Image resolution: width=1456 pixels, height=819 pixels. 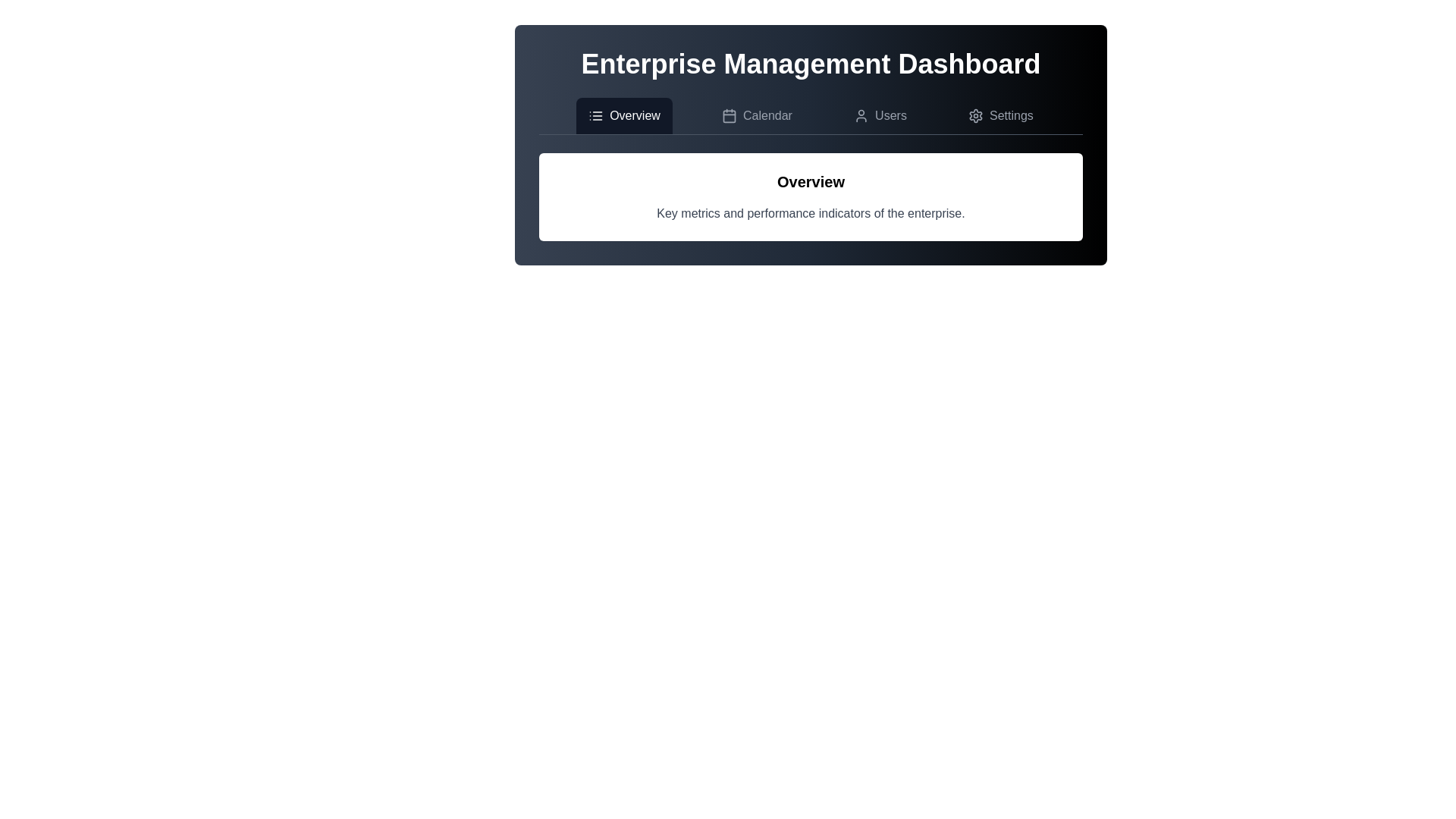 I want to click on text label displaying 'Users' in light gray within the top navigation bar, located between the 'Calendar' and 'Settings' menu options, so click(x=891, y=115).